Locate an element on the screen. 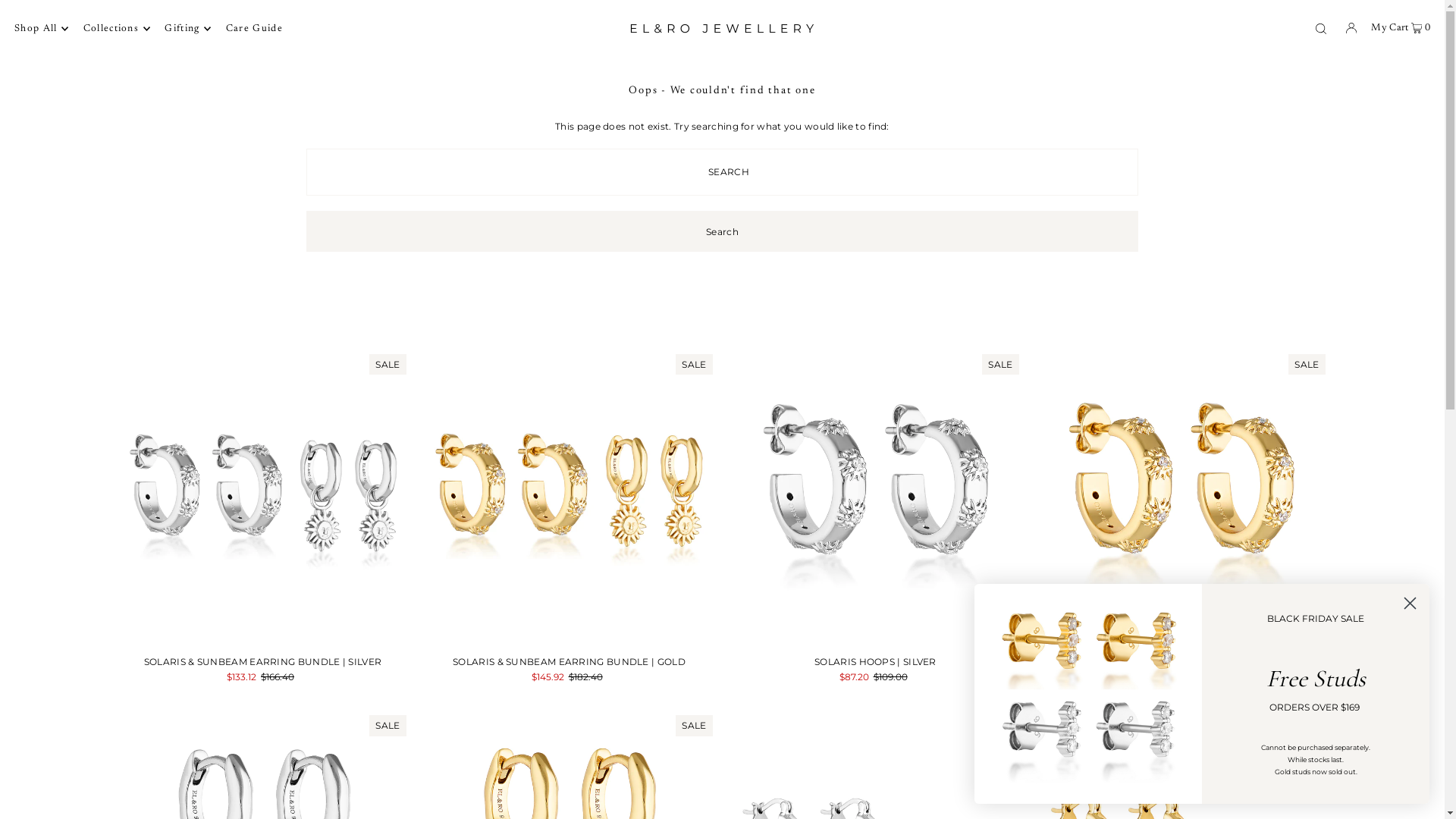  'Close dialog 1' is located at coordinates (1409, 602).